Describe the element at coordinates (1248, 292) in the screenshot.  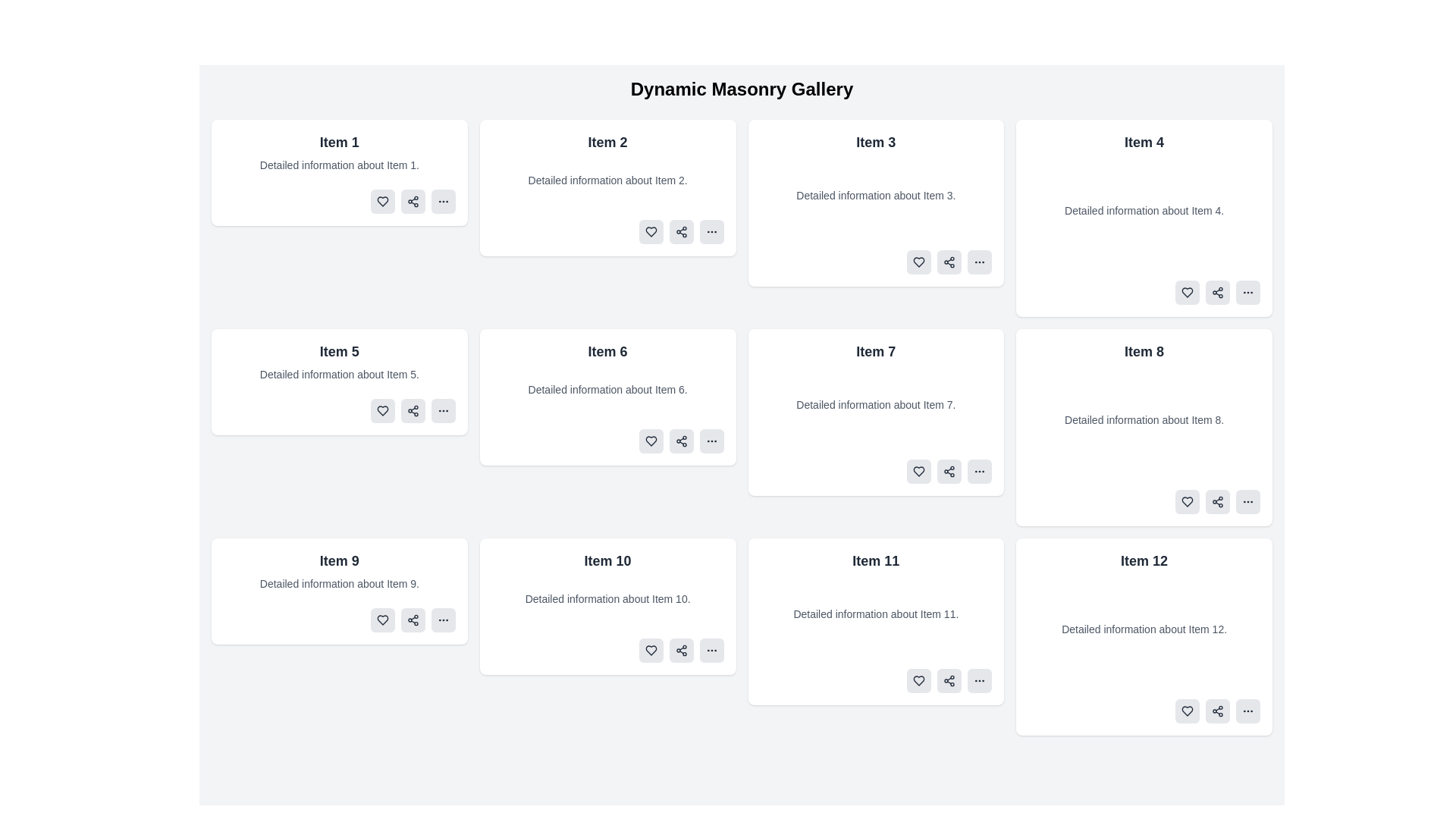
I see `the circular button with a gray background and three dot icons located at the far-right of the action button group under the 'Item 4' card` at that location.